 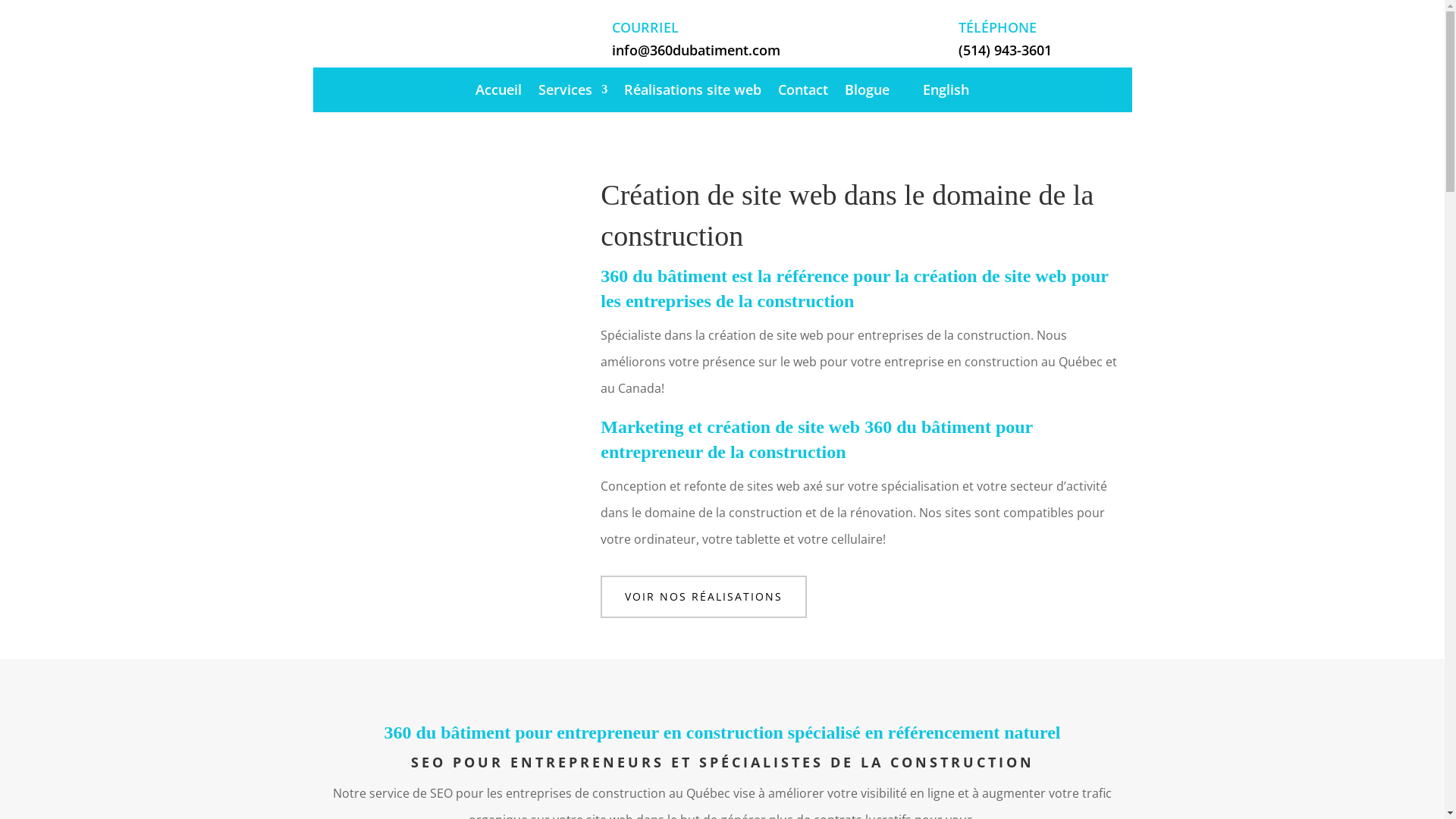 I want to click on 'Accueil', so click(x=498, y=93).